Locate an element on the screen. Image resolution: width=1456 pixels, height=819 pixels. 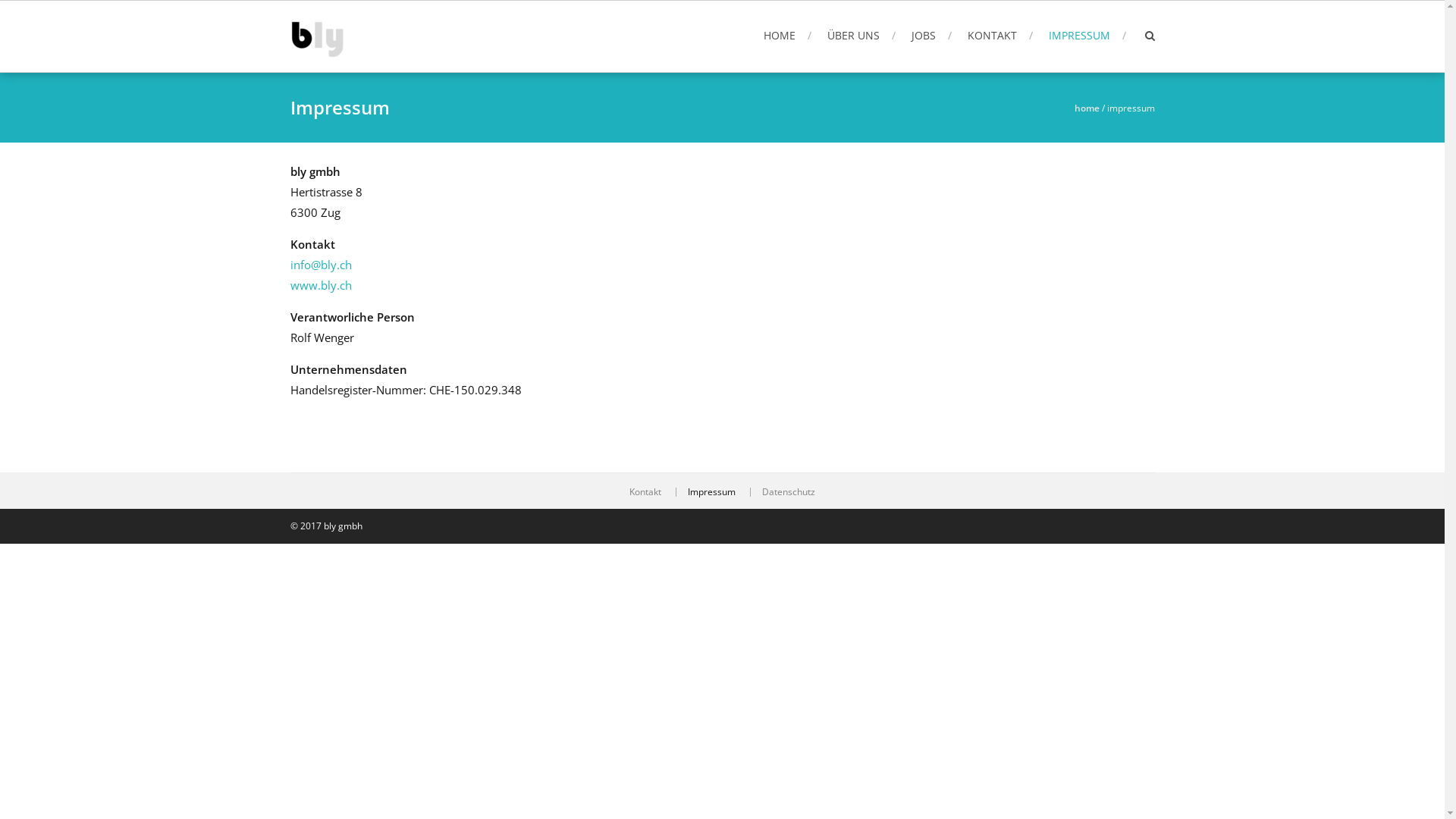
'Kontakt' is located at coordinates (645, 491).